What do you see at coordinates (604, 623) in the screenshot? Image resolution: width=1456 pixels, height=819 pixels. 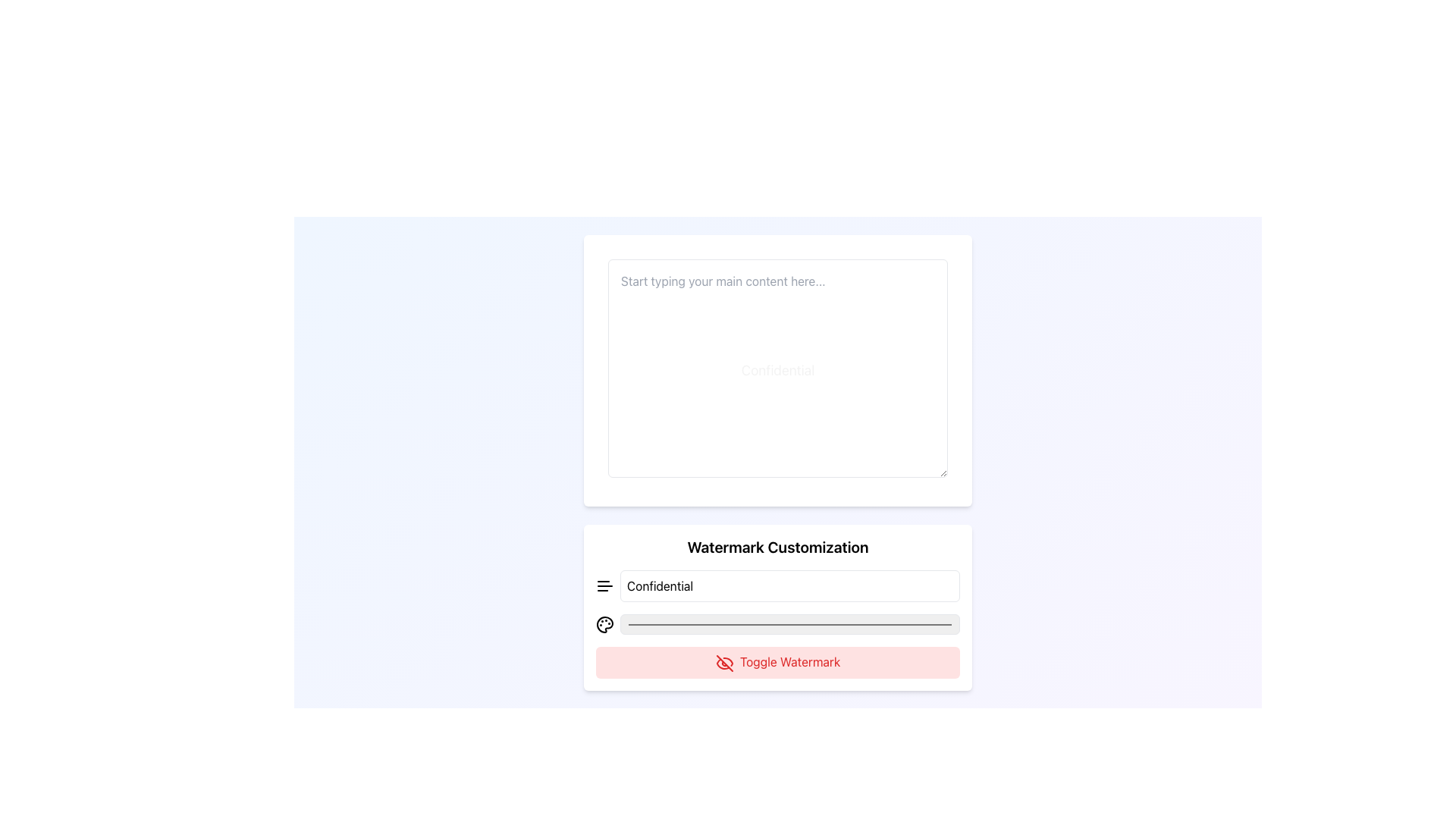 I see `the decorative icon or SVG graphic located in the top-left corner of the 'Watermark Customization' panel, which indicates color or design customization` at bounding box center [604, 623].